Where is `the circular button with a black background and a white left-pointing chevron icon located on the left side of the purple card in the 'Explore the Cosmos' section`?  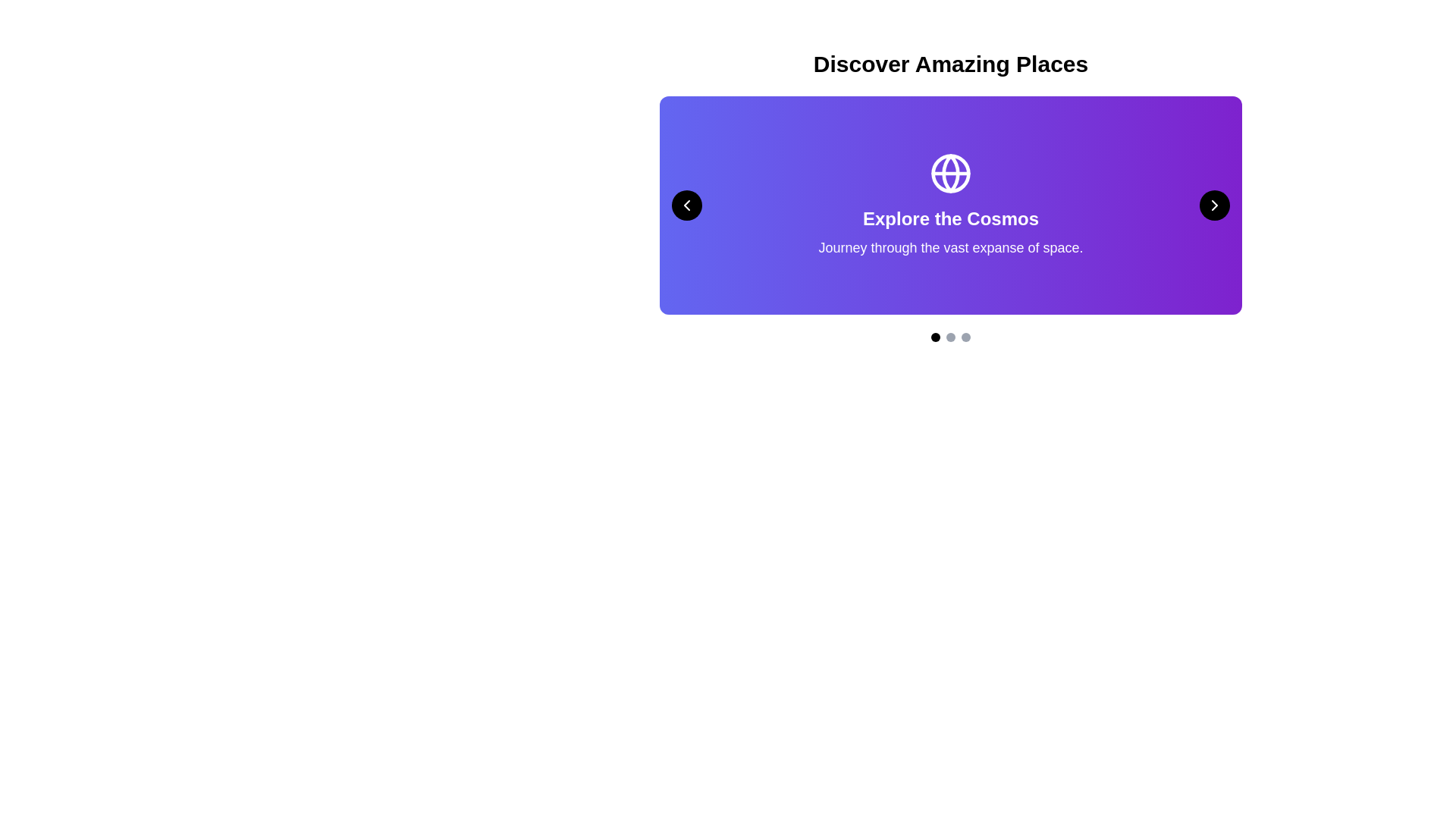 the circular button with a black background and a white left-pointing chevron icon located on the left side of the purple card in the 'Explore the Cosmos' section is located at coordinates (686, 205).